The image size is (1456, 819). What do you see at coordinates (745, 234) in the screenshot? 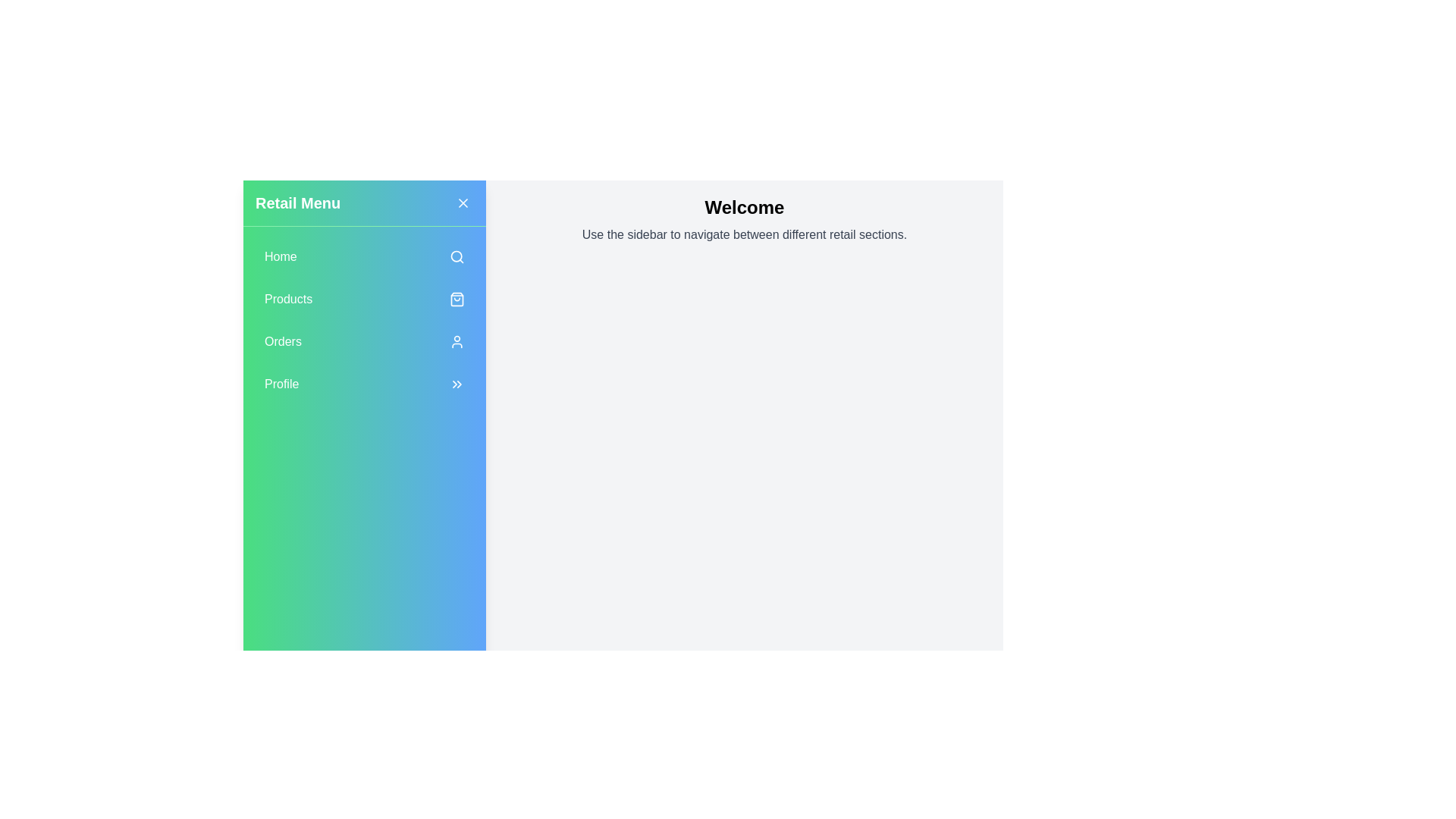
I see `the informative instruction text located below the 'Welcome' heading, which guides users on how to navigate the interface using the sidebar` at bounding box center [745, 234].